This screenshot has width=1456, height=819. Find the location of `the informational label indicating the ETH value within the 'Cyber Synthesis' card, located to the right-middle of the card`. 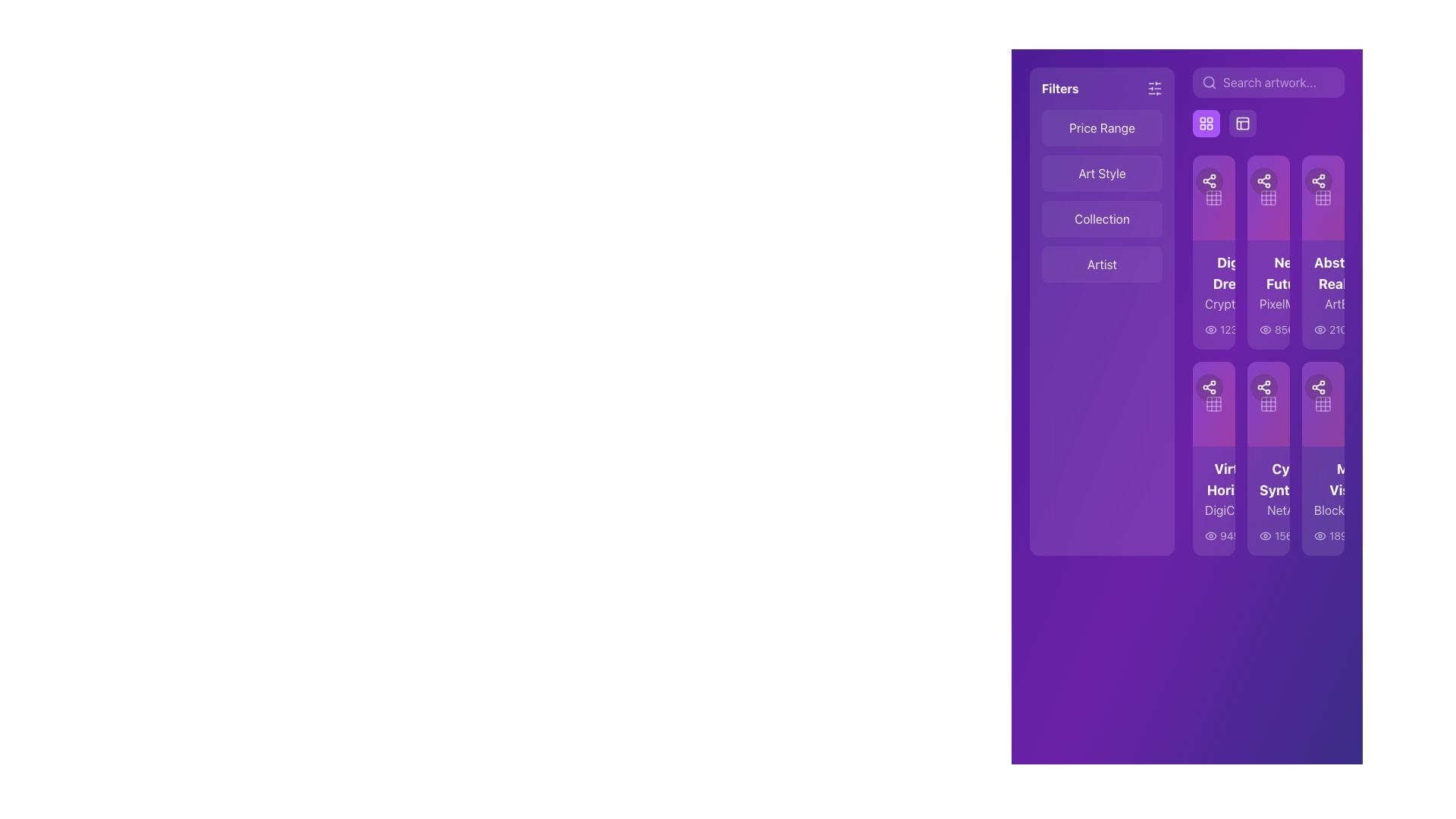

the informational label indicating the ETH value within the 'Cyber Synthesis' card, located to the right-middle of the card is located at coordinates (1352, 479).